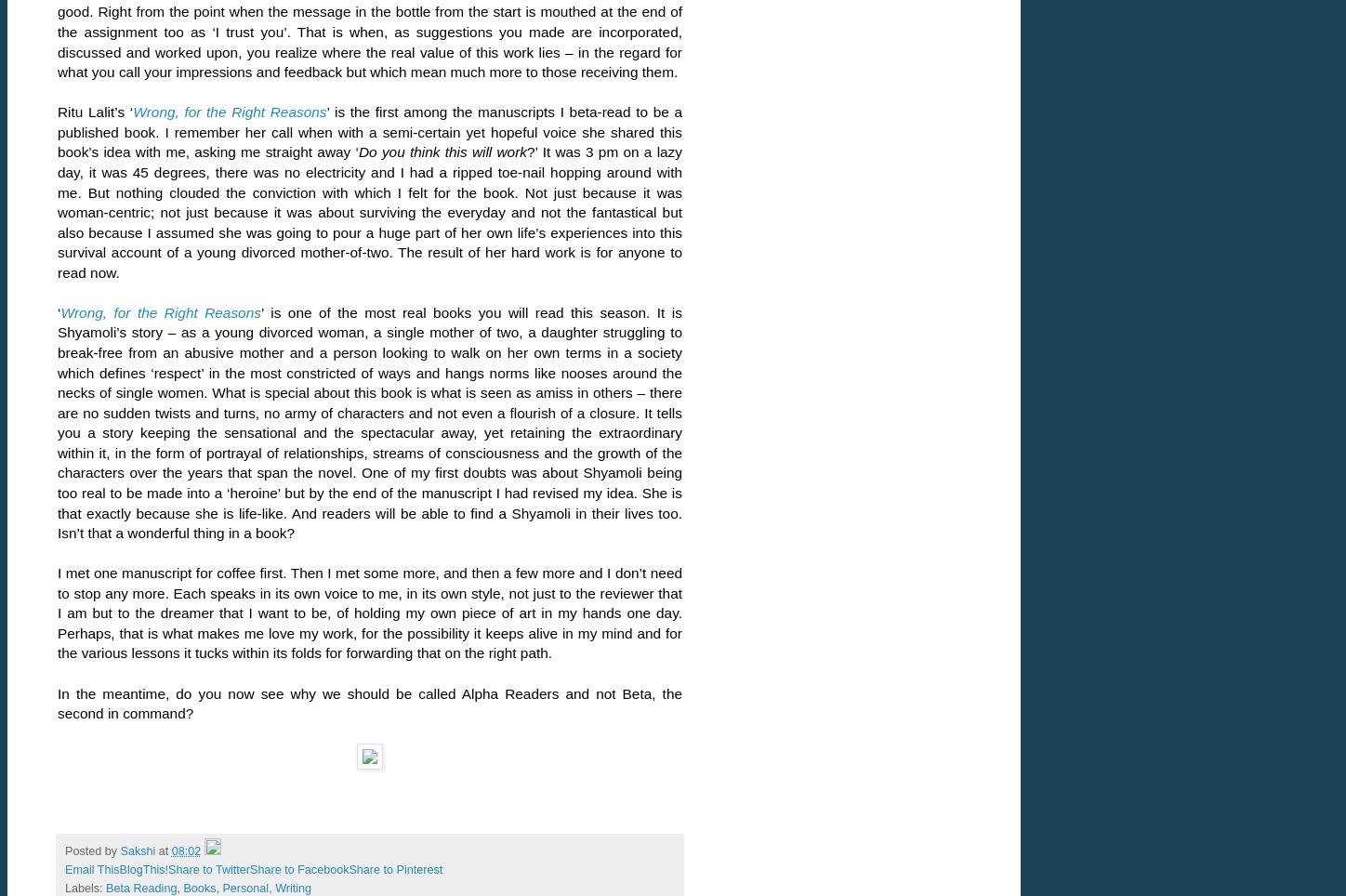  What do you see at coordinates (57, 702) in the screenshot?
I see `'In the meantime, do you now see why we should be called Alpha Readers and not Beta, the second in command?'` at bounding box center [57, 702].